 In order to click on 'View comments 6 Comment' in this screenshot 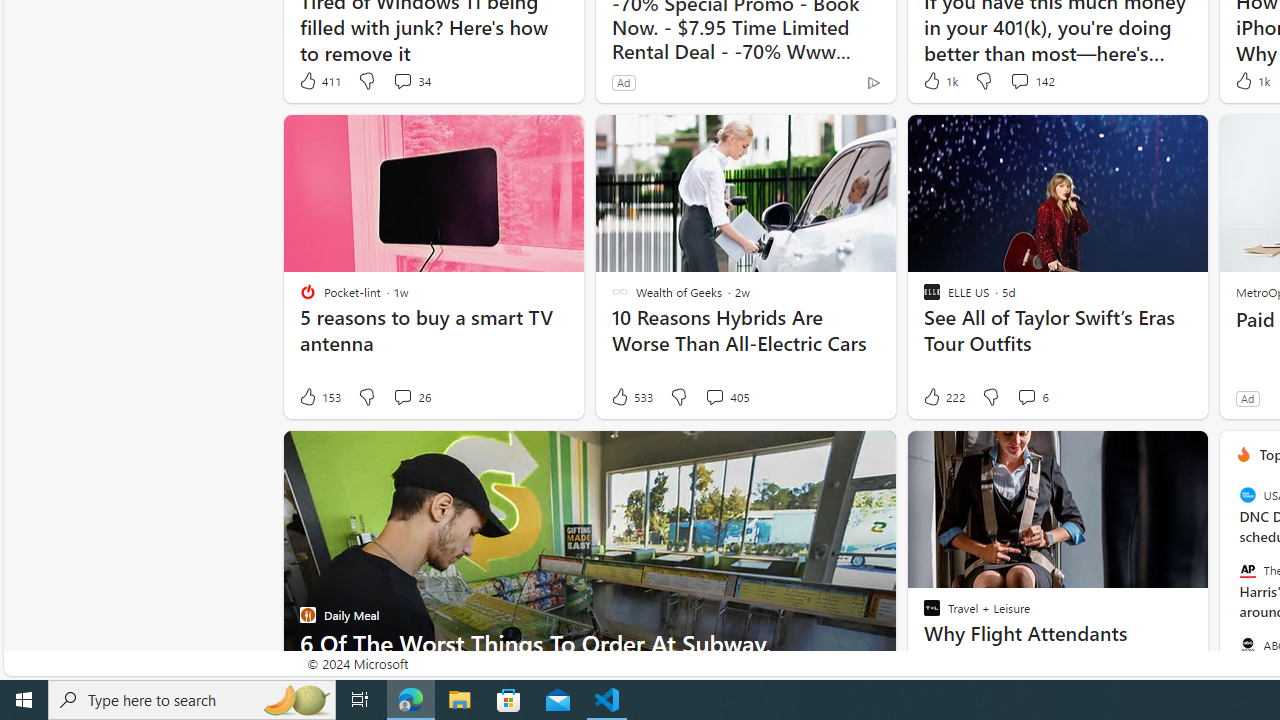, I will do `click(1026, 397)`.